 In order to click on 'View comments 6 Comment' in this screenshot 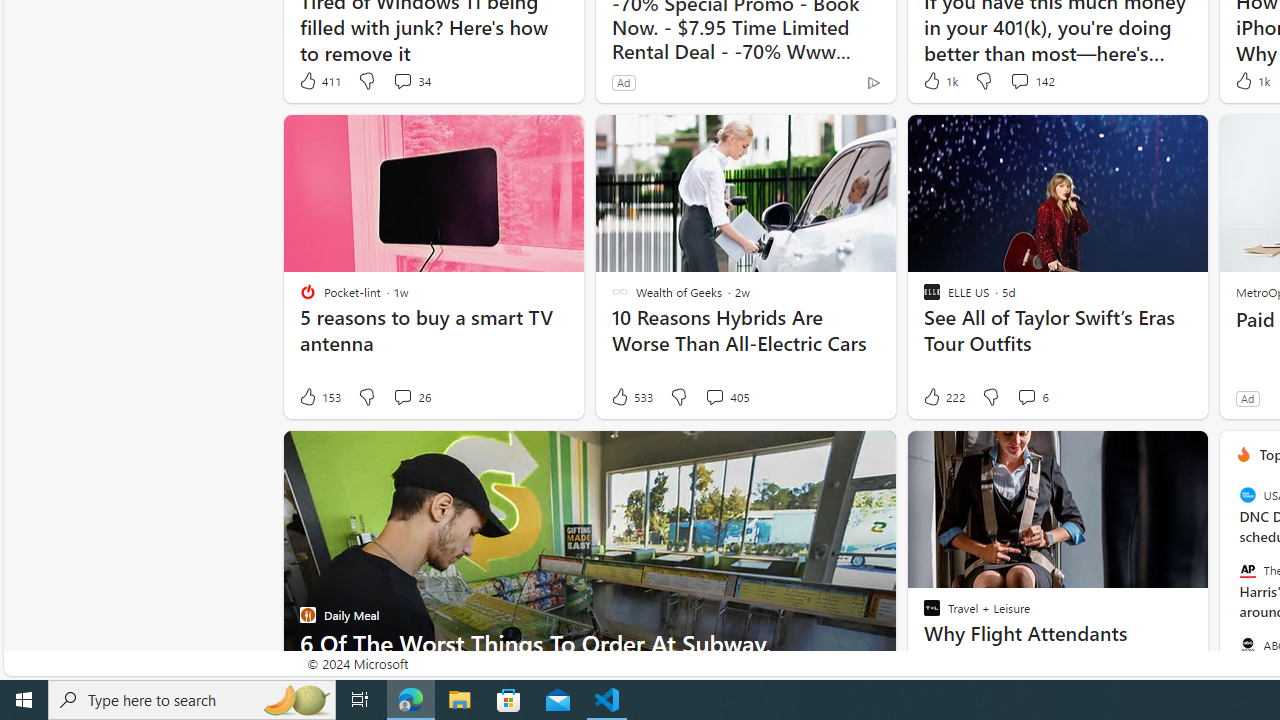, I will do `click(1026, 397)`.